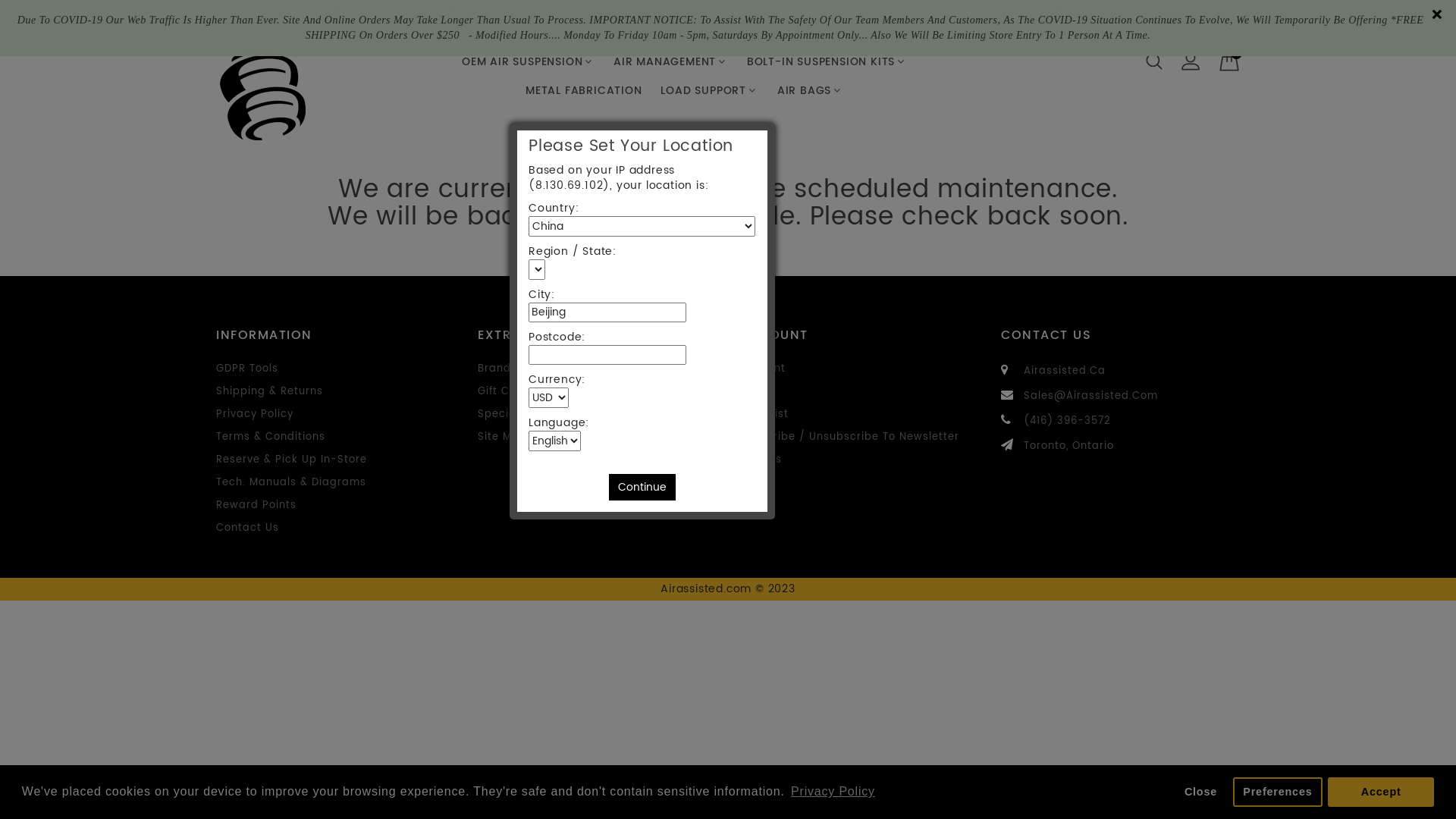  What do you see at coordinates (1229, 61) in the screenshot?
I see `'0'` at bounding box center [1229, 61].